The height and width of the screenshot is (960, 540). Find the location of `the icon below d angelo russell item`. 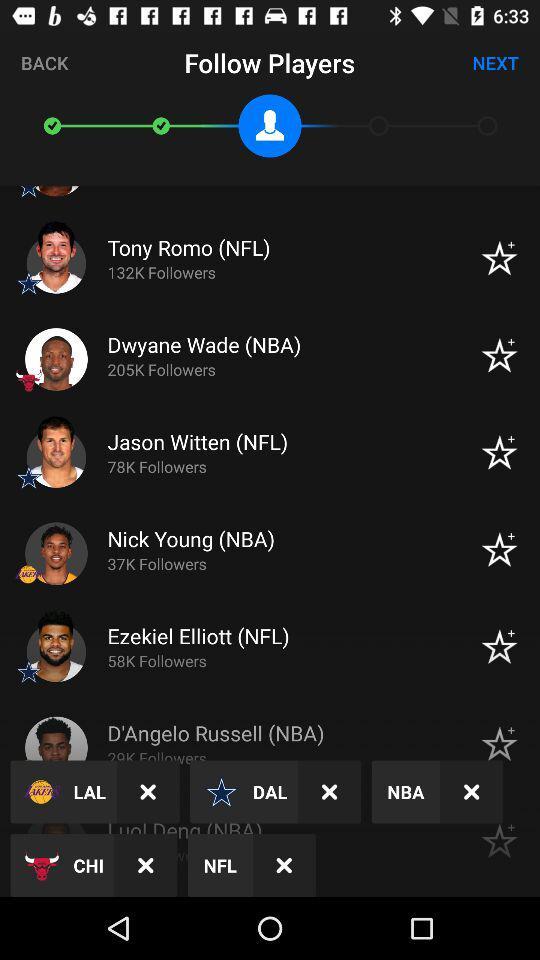

the icon below d angelo russell item is located at coordinates (329, 792).